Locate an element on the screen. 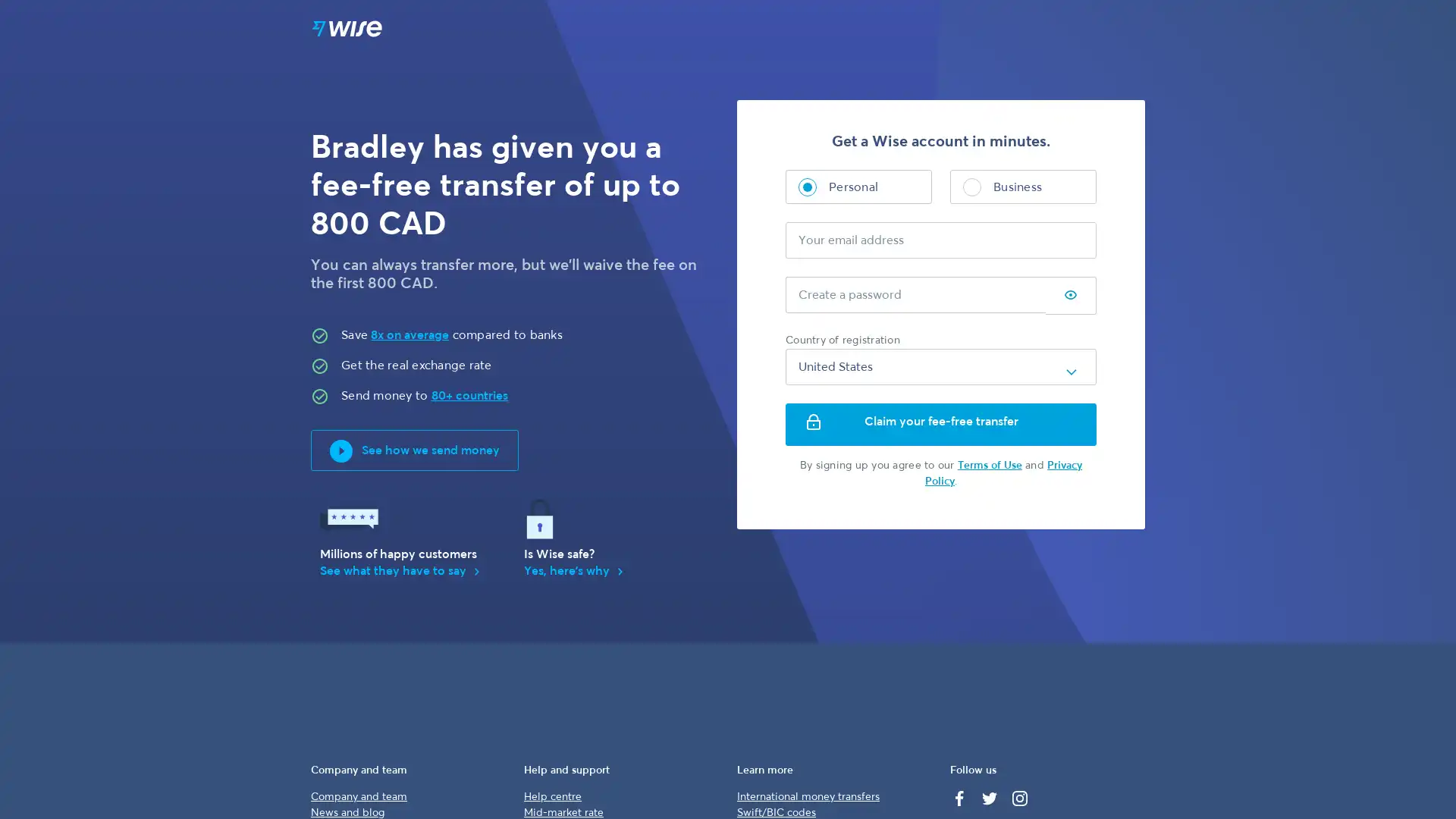 This screenshot has height=819, width=1456. Show password is located at coordinates (1069, 296).